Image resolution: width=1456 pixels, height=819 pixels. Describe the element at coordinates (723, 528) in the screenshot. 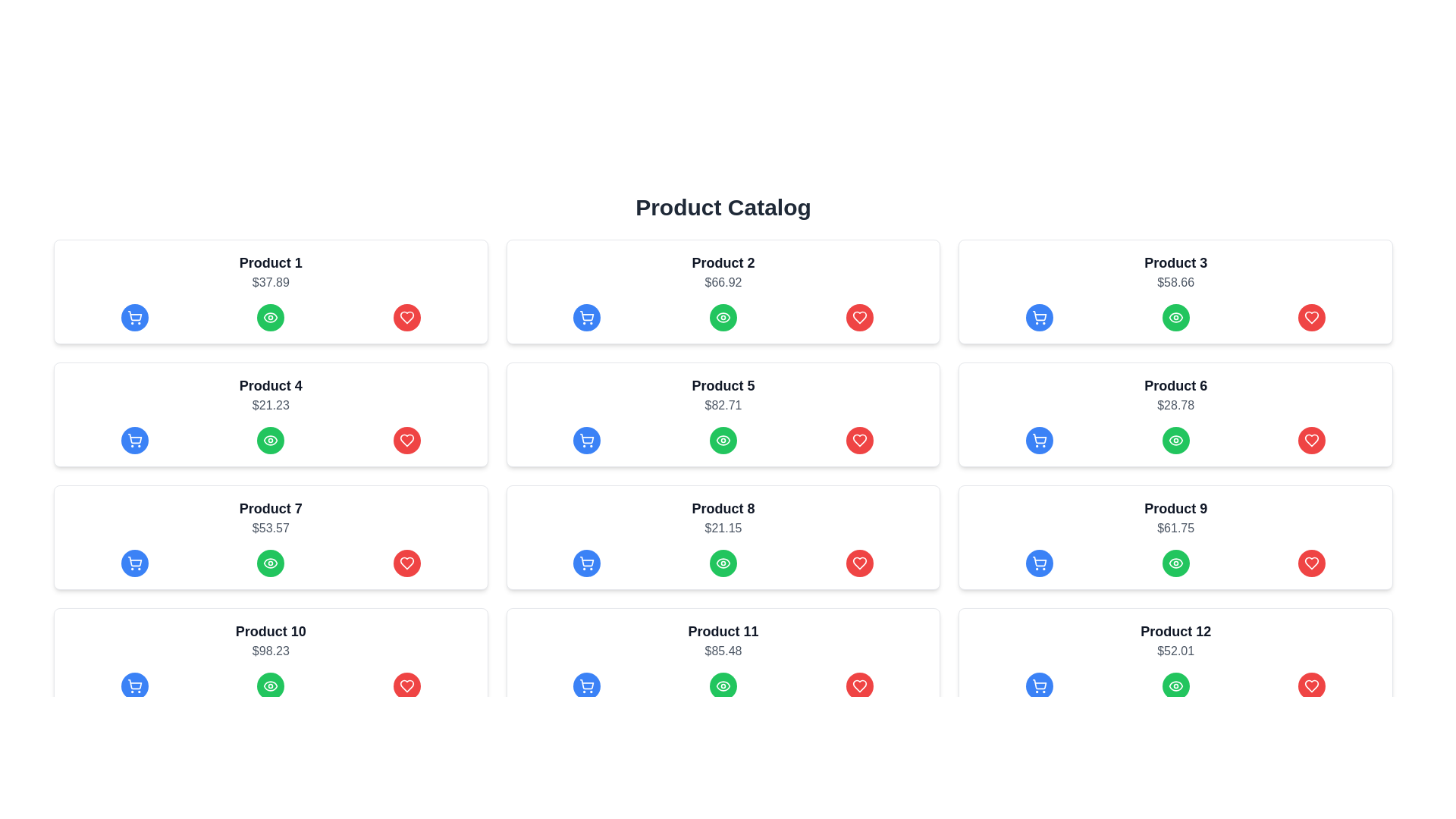

I see `the price label indicating the cost of 'Product 8', which is located directly below the product name within its card in the catalog grid` at that location.